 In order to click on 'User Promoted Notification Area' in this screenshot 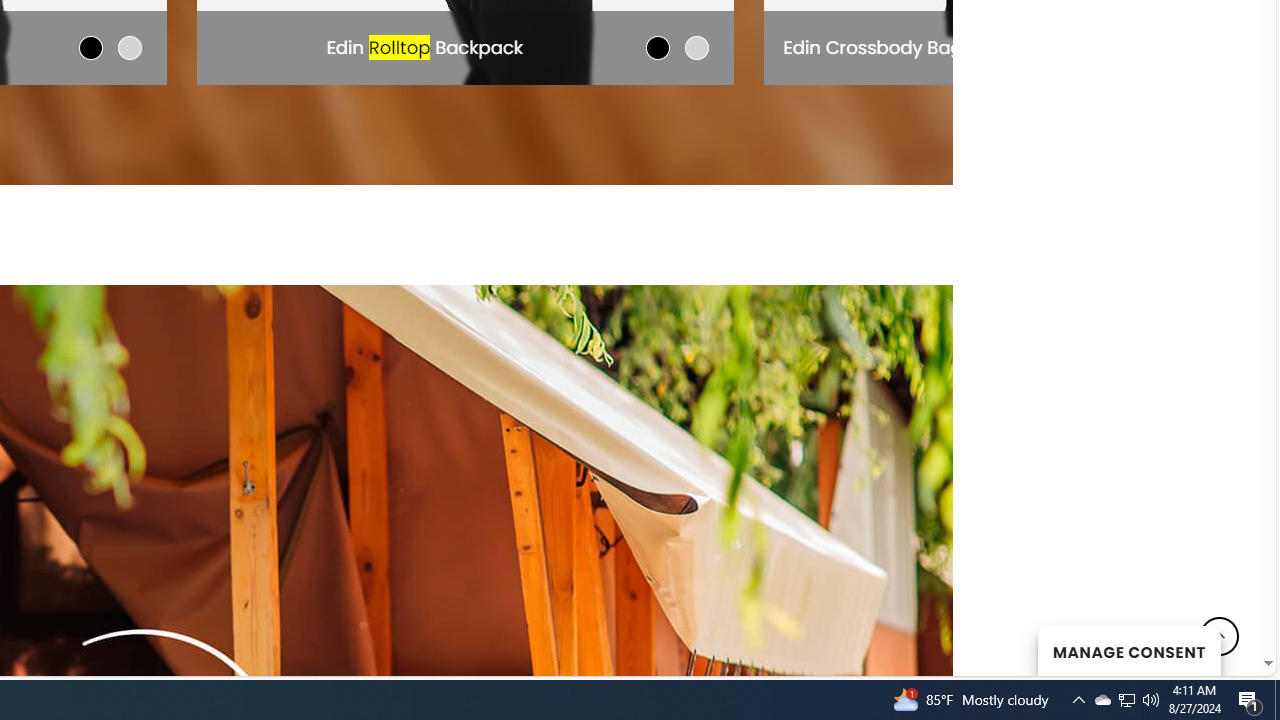, I will do `click(1127, 698)`.